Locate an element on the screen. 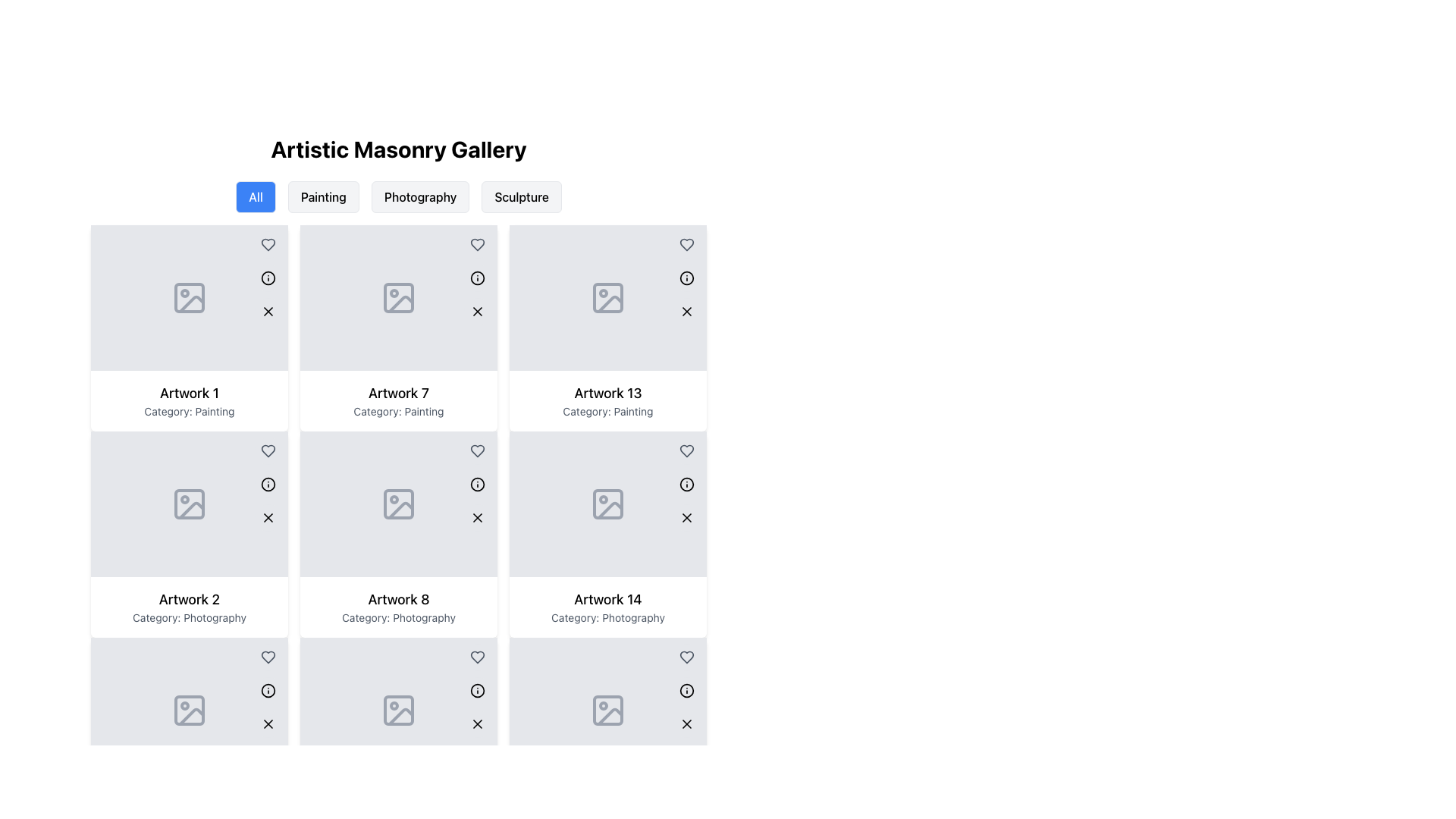 The image size is (1456, 819). the small diagonal cross ('X') button located at the top-right corner of the tile labeled 'Artwork 8: Category: Photography' is located at coordinates (476, 516).